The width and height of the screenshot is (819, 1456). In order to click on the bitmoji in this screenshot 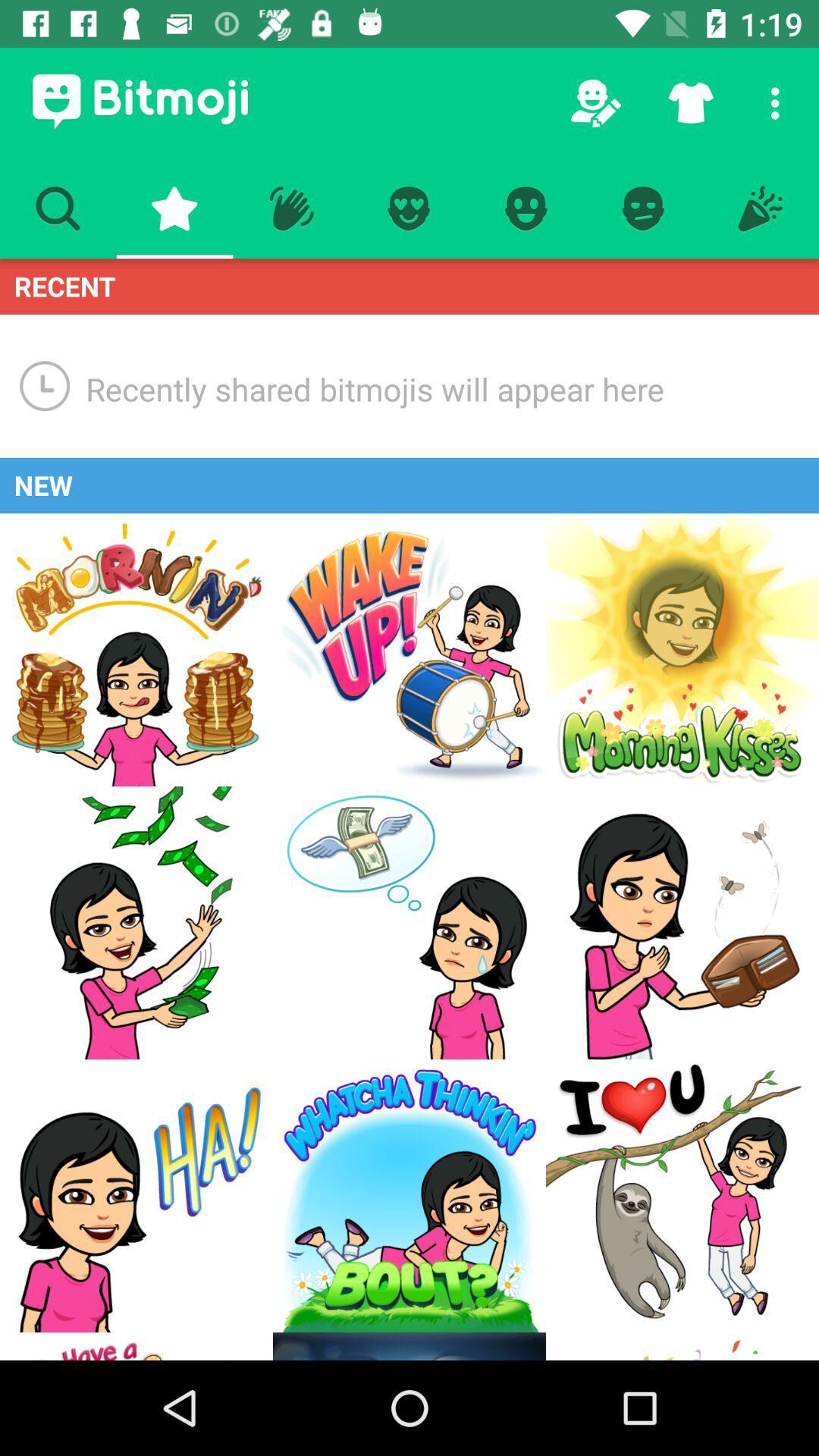, I will do `click(136, 1346)`.